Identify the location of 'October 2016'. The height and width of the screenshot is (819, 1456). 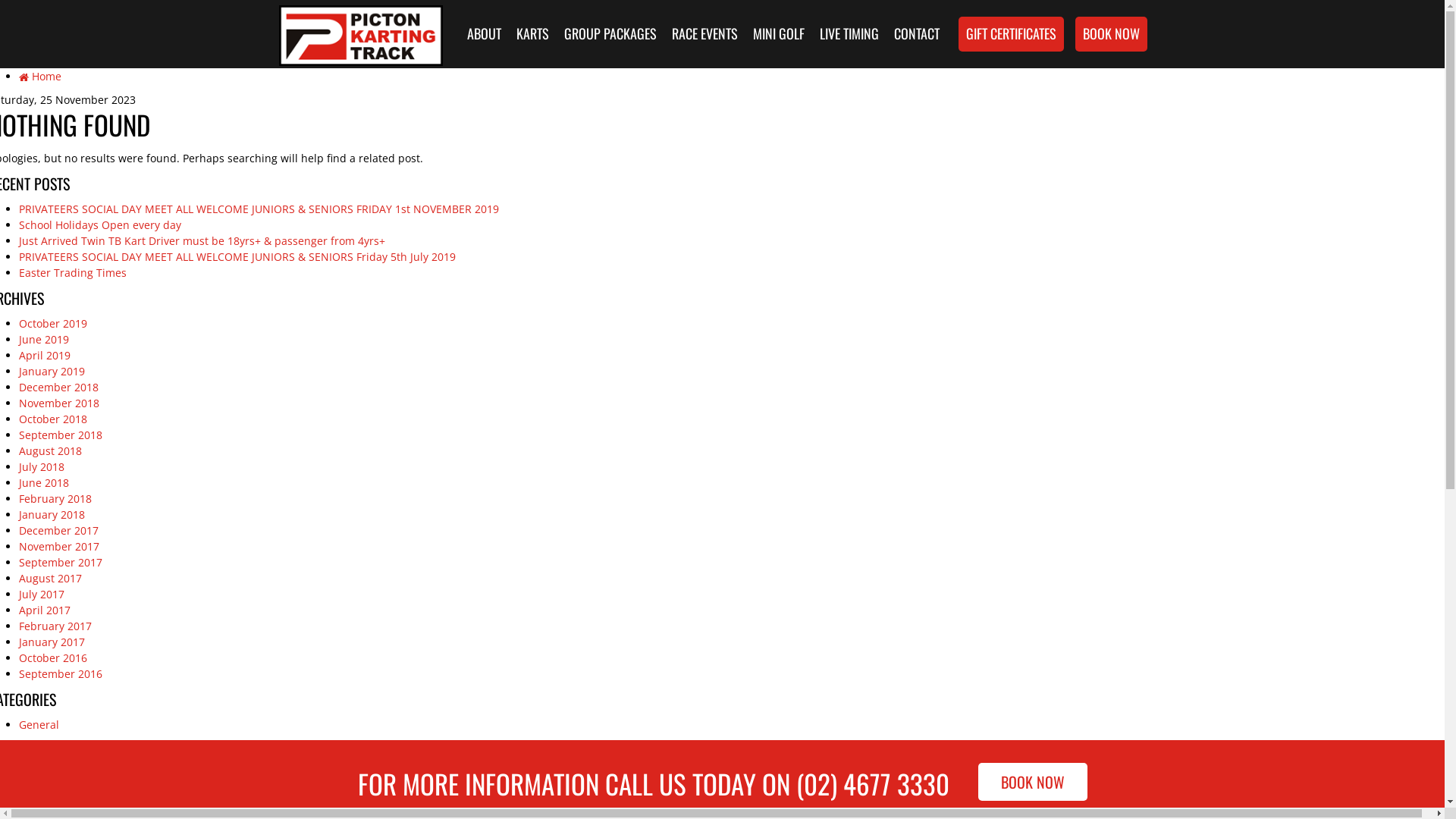
(53, 657).